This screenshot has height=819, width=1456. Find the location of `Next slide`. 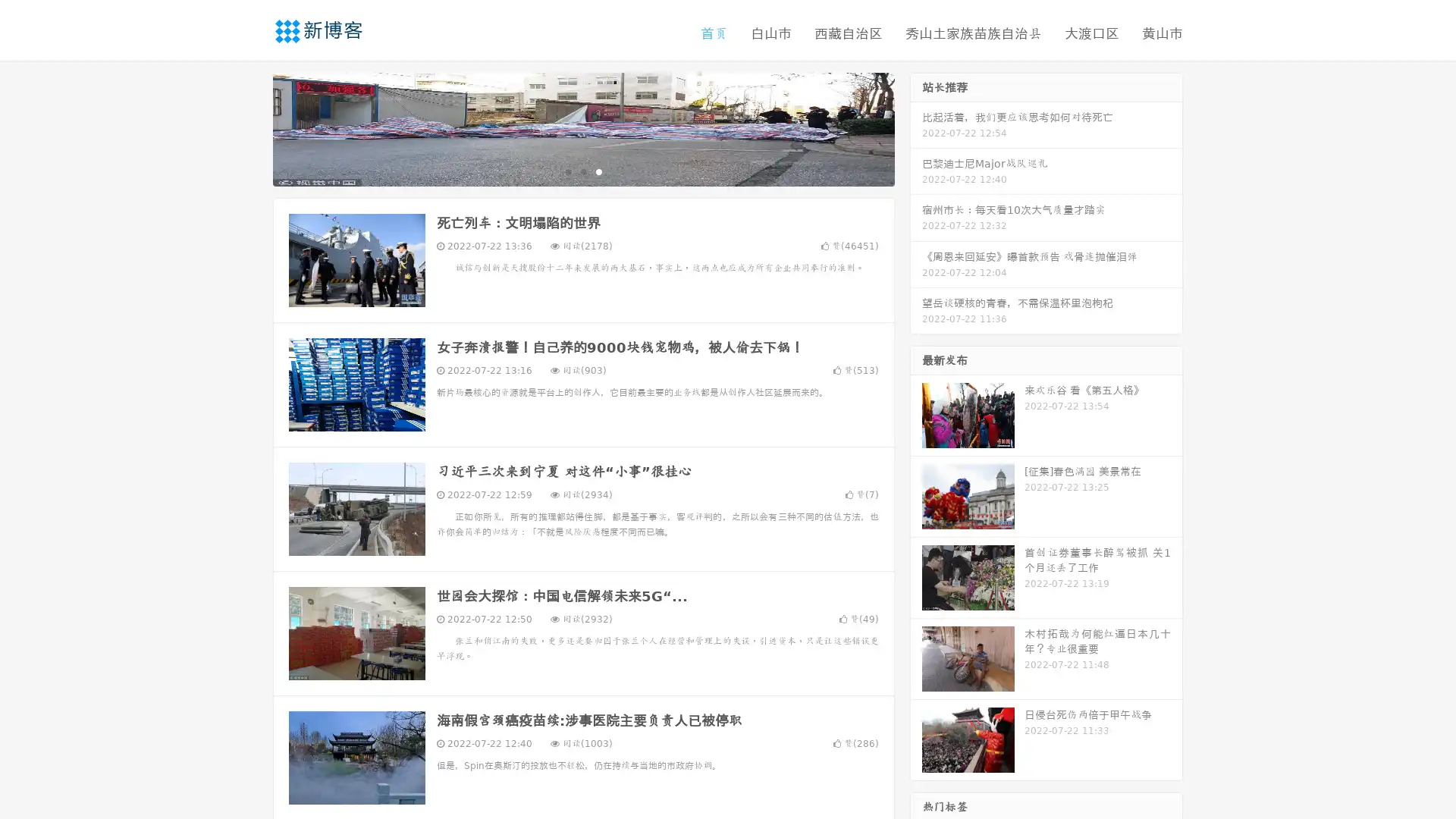

Next slide is located at coordinates (916, 127).